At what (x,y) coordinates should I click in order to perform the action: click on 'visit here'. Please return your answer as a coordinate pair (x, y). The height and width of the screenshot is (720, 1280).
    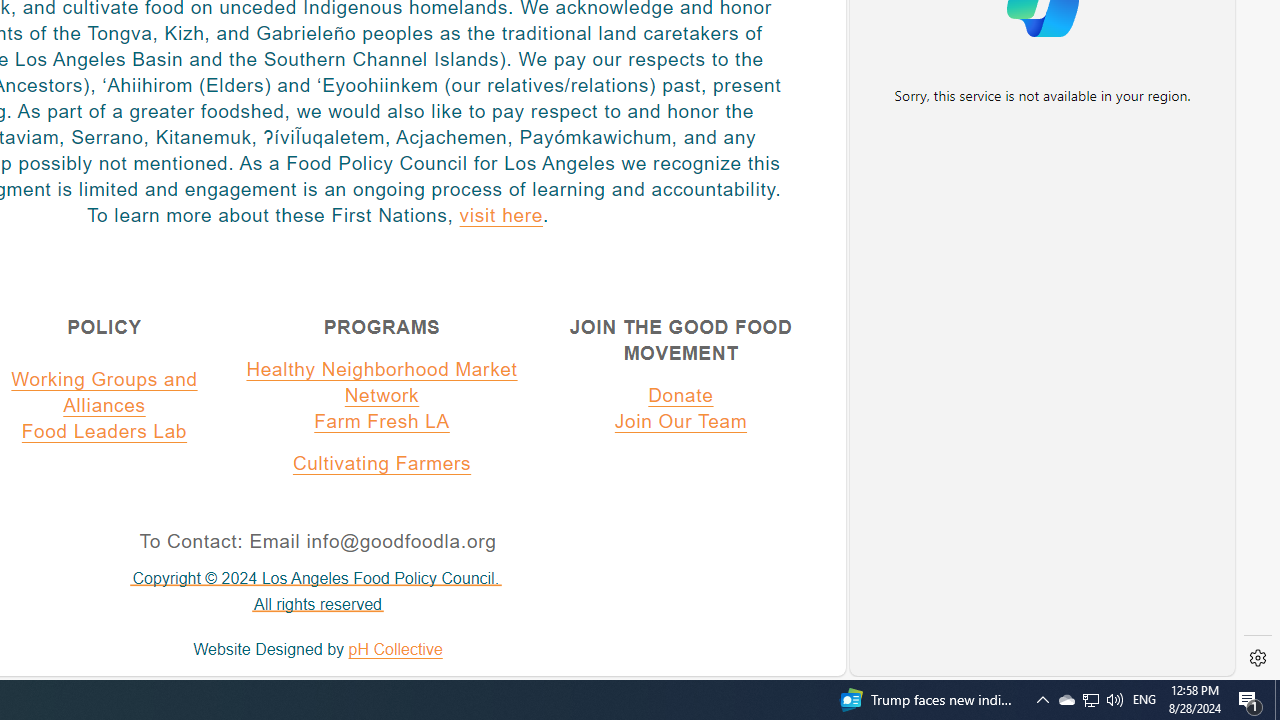
    Looking at the image, I should click on (501, 215).